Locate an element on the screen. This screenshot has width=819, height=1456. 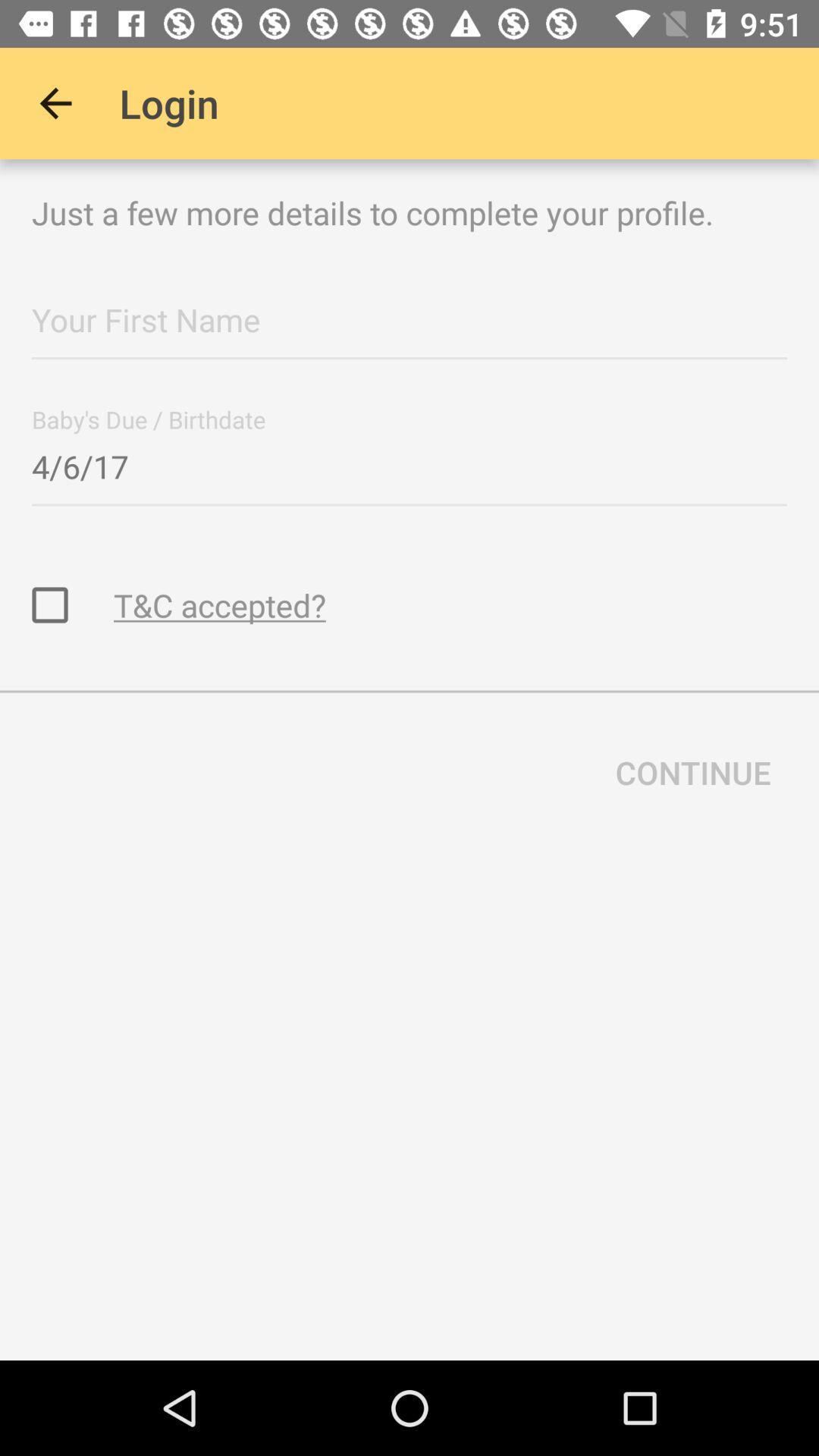
item to the left of login icon is located at coordinates (55, 102).